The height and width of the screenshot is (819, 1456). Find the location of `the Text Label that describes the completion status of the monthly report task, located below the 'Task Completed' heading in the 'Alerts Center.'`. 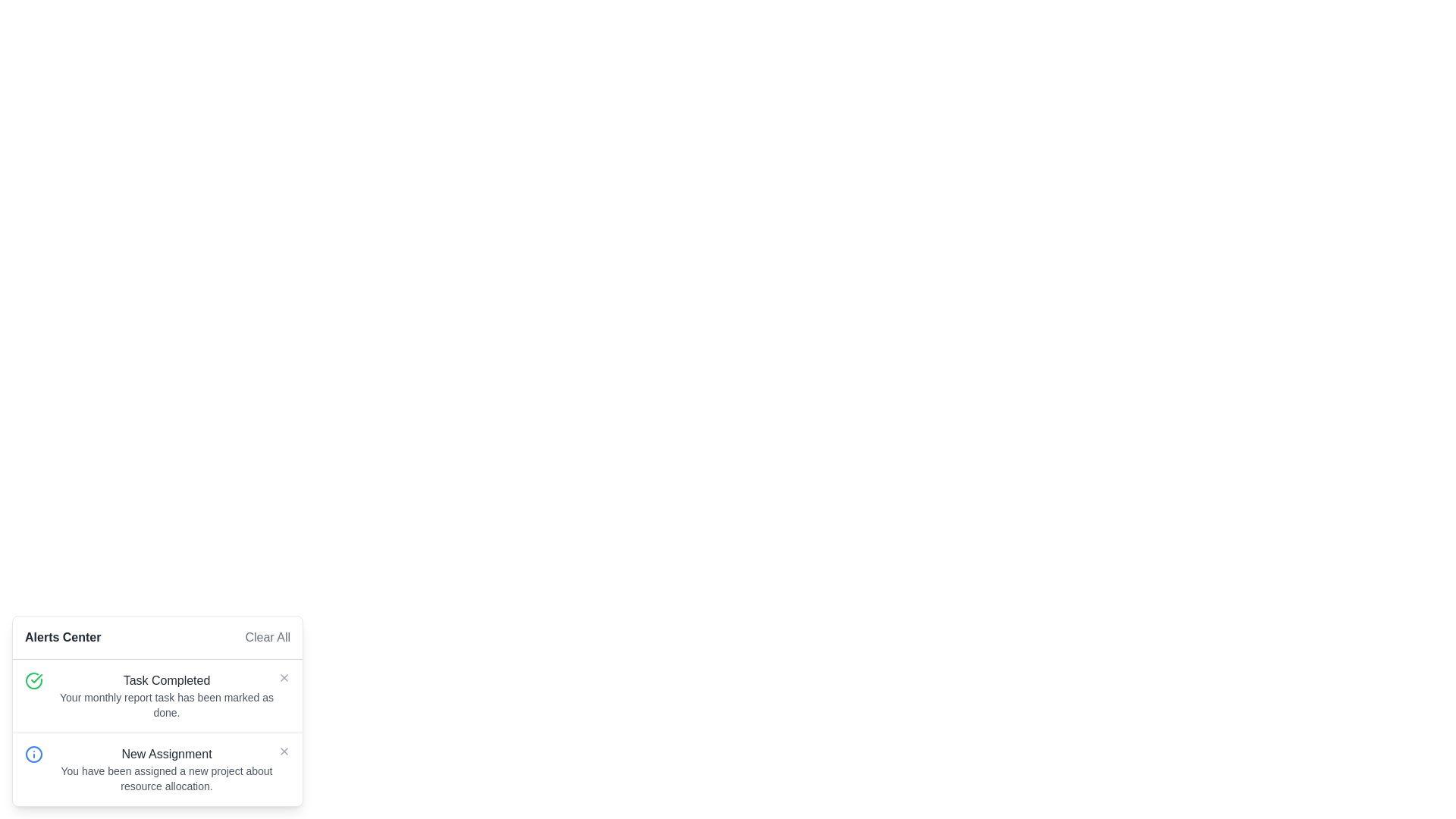

the Text Label that describes the completion status of the monthly report task, located below the 'Task Completed' heading in the 'Alerts Center.' is located at coordinates (167, 704).